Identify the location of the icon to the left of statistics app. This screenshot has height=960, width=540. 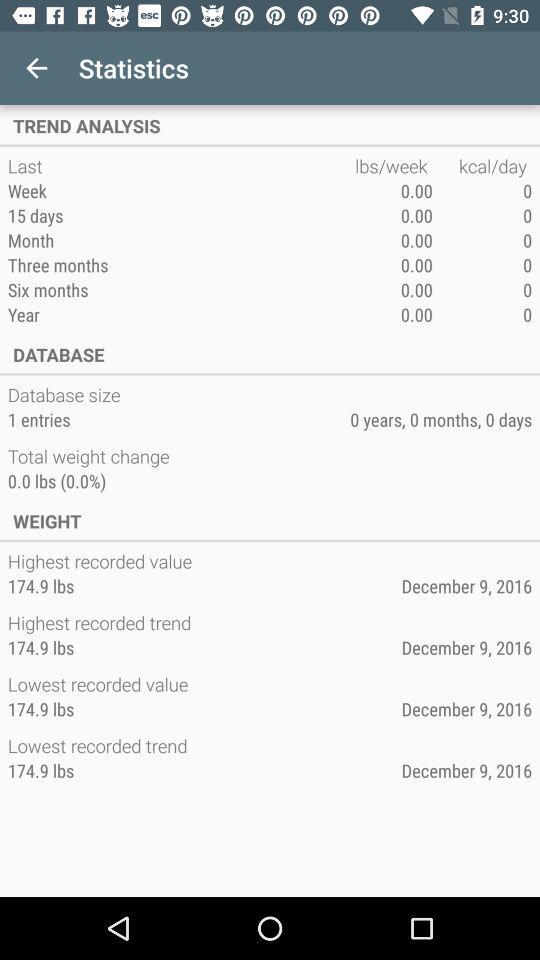
(36, 68).